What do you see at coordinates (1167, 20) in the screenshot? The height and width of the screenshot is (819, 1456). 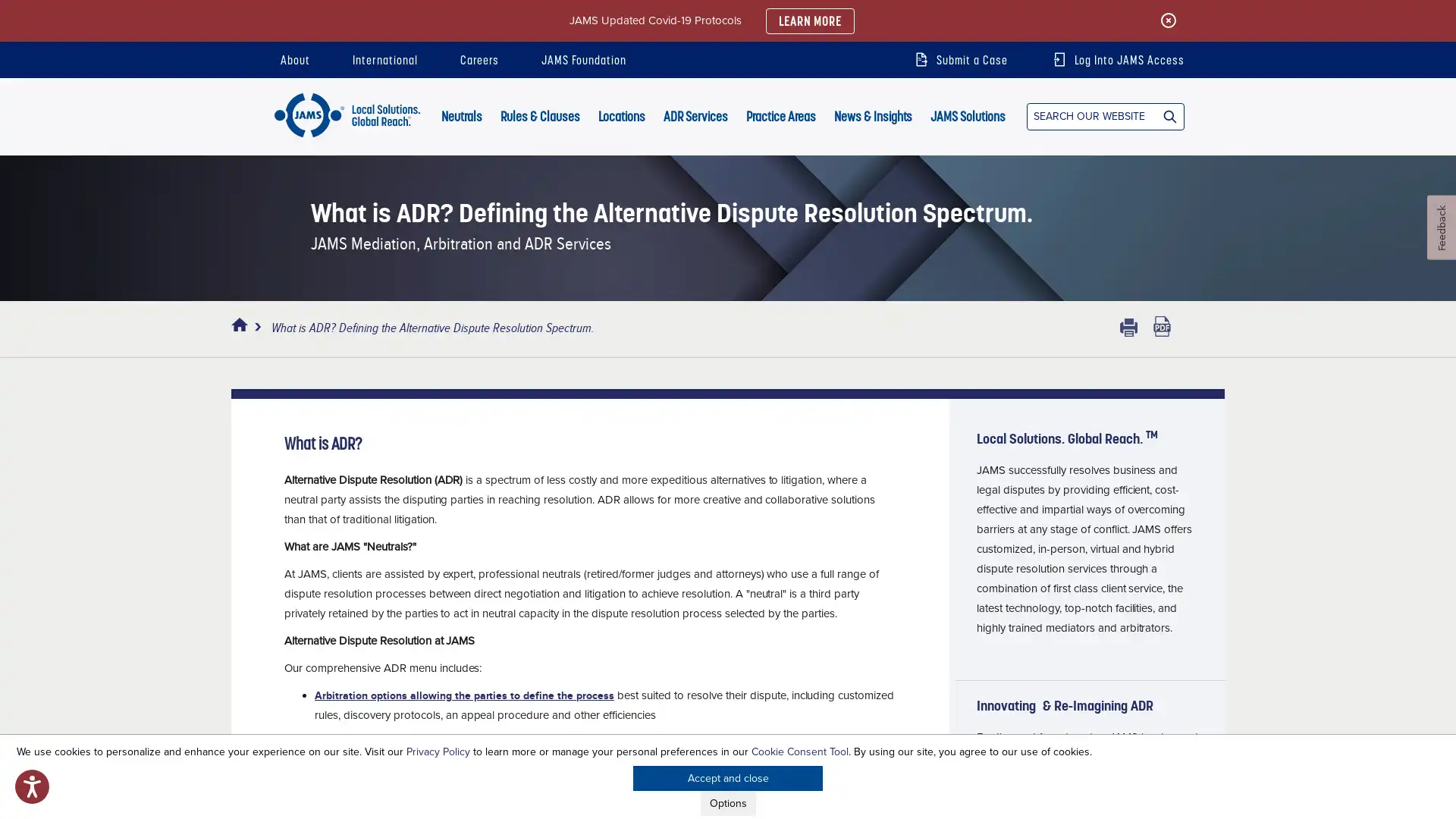 I see `Close the update alert.` at bounding box center [1167, 20].